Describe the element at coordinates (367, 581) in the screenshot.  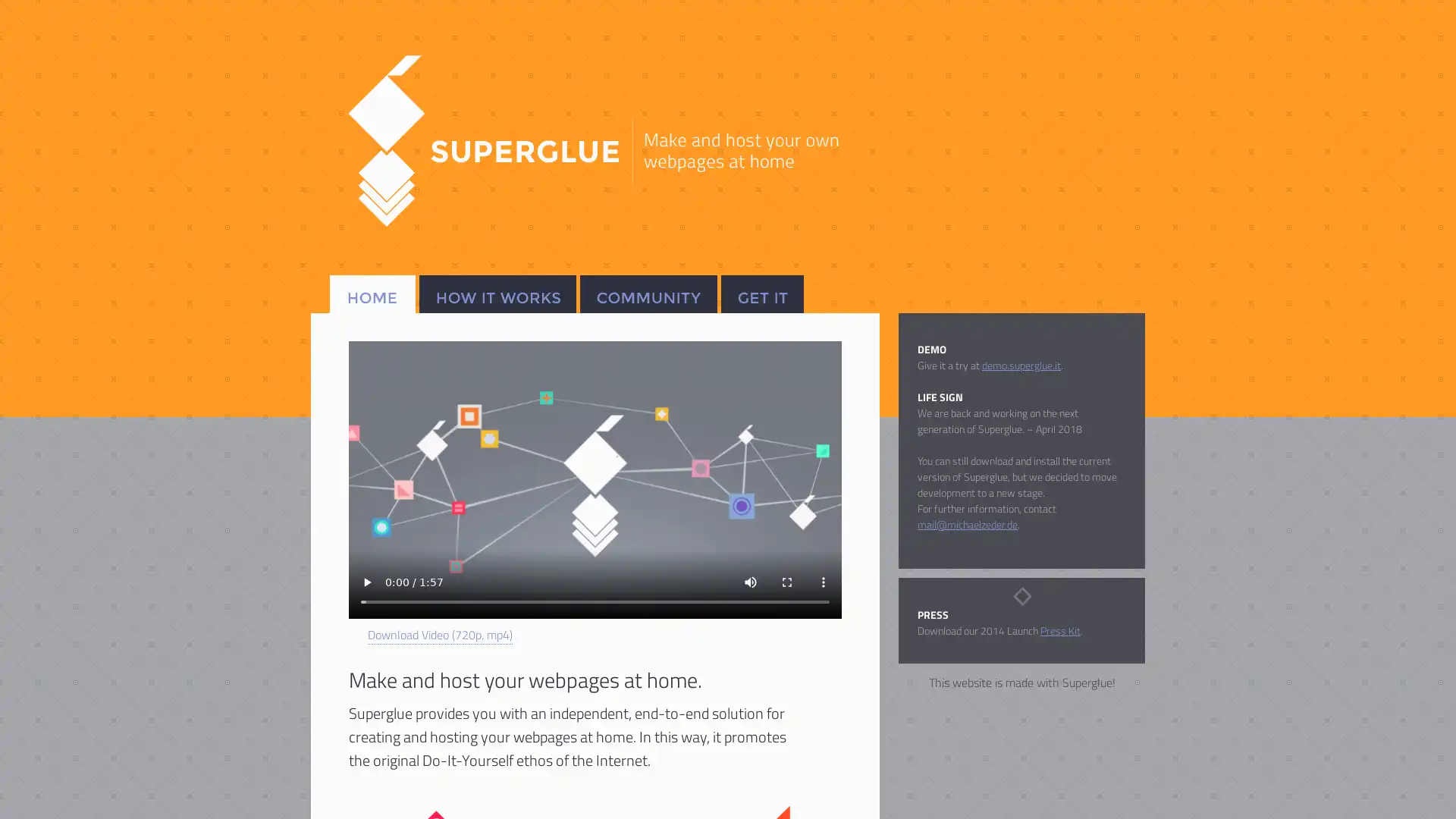
I see `play` at that location.